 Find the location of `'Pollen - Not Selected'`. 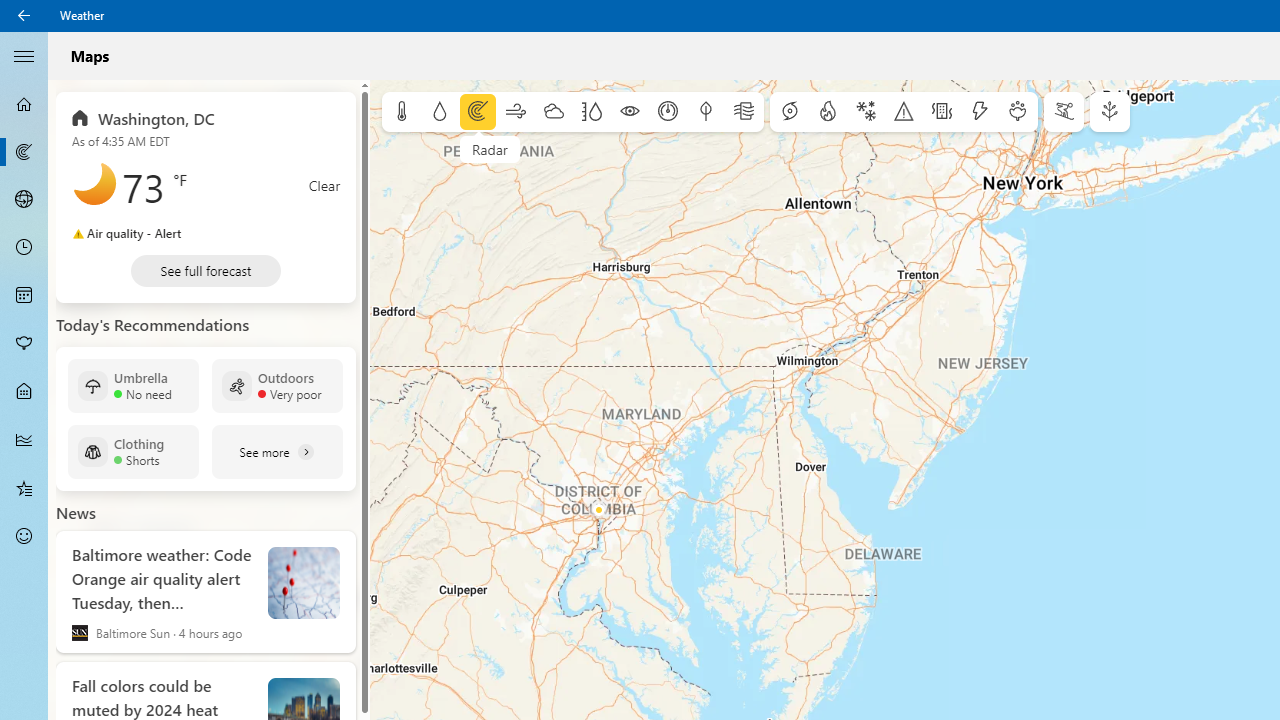

'Pollen - Not Selected' is located at coordinates (24, 342).